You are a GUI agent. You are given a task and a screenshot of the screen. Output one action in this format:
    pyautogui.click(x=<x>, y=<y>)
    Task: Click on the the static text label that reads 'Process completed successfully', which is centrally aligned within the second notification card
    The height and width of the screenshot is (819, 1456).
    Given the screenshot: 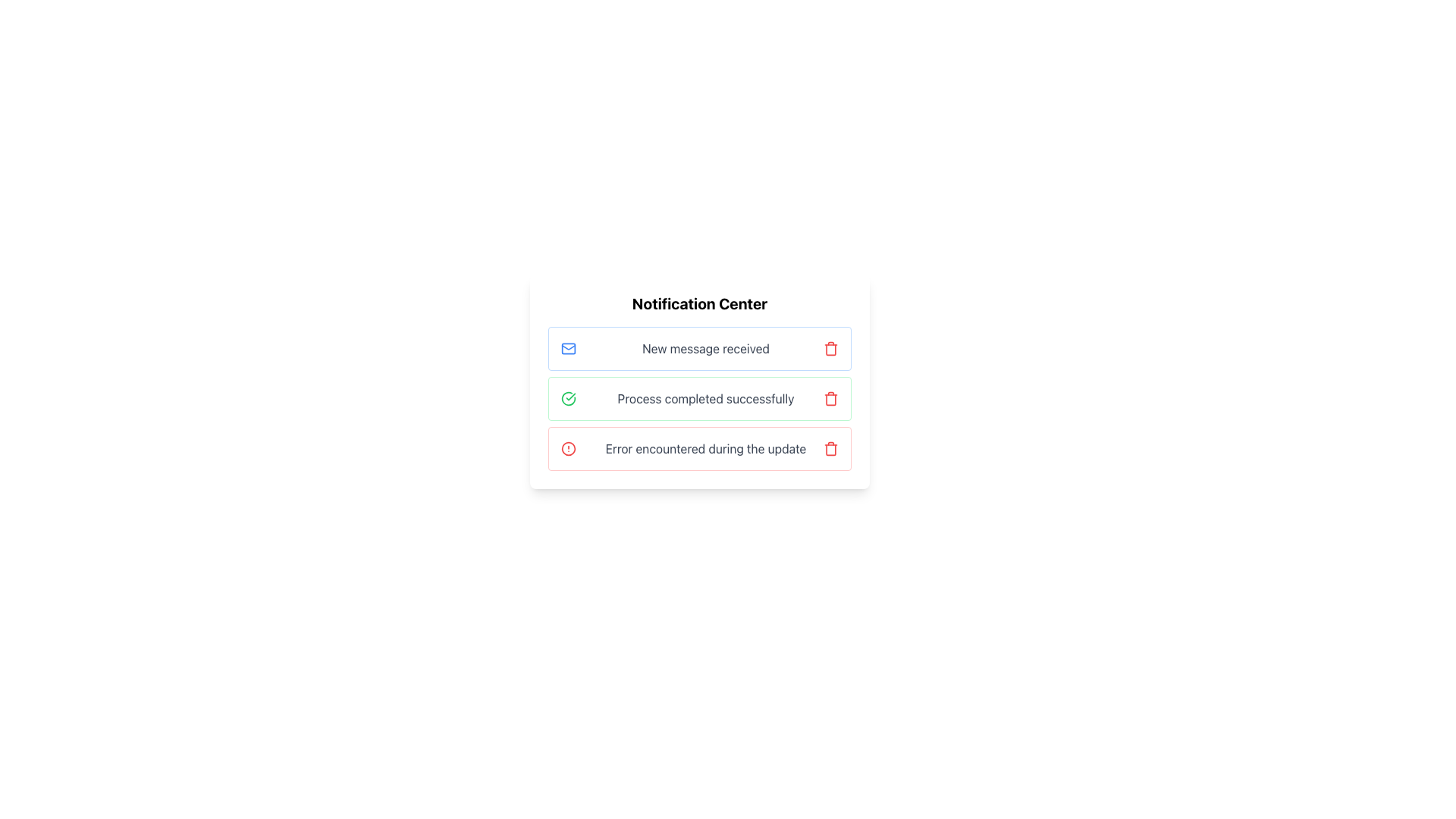 What is the action you would take?
    pyautogui.click(x=705, y=397)
    